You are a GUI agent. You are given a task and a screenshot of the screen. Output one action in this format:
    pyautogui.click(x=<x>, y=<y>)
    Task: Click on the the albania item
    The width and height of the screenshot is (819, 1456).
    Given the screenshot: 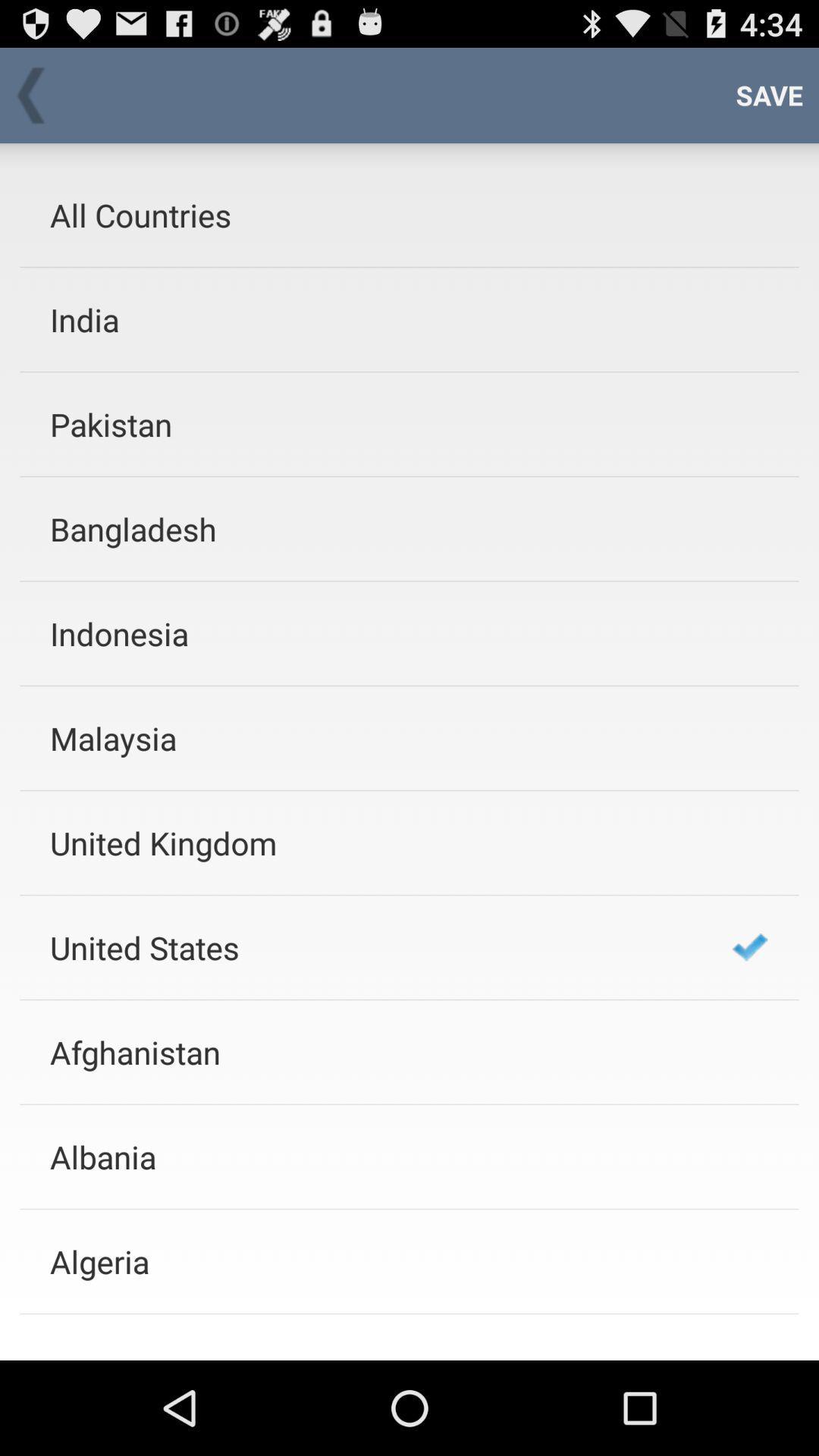 What is the action you would take?
    pyautogui.click(x=371, y=1156)
    